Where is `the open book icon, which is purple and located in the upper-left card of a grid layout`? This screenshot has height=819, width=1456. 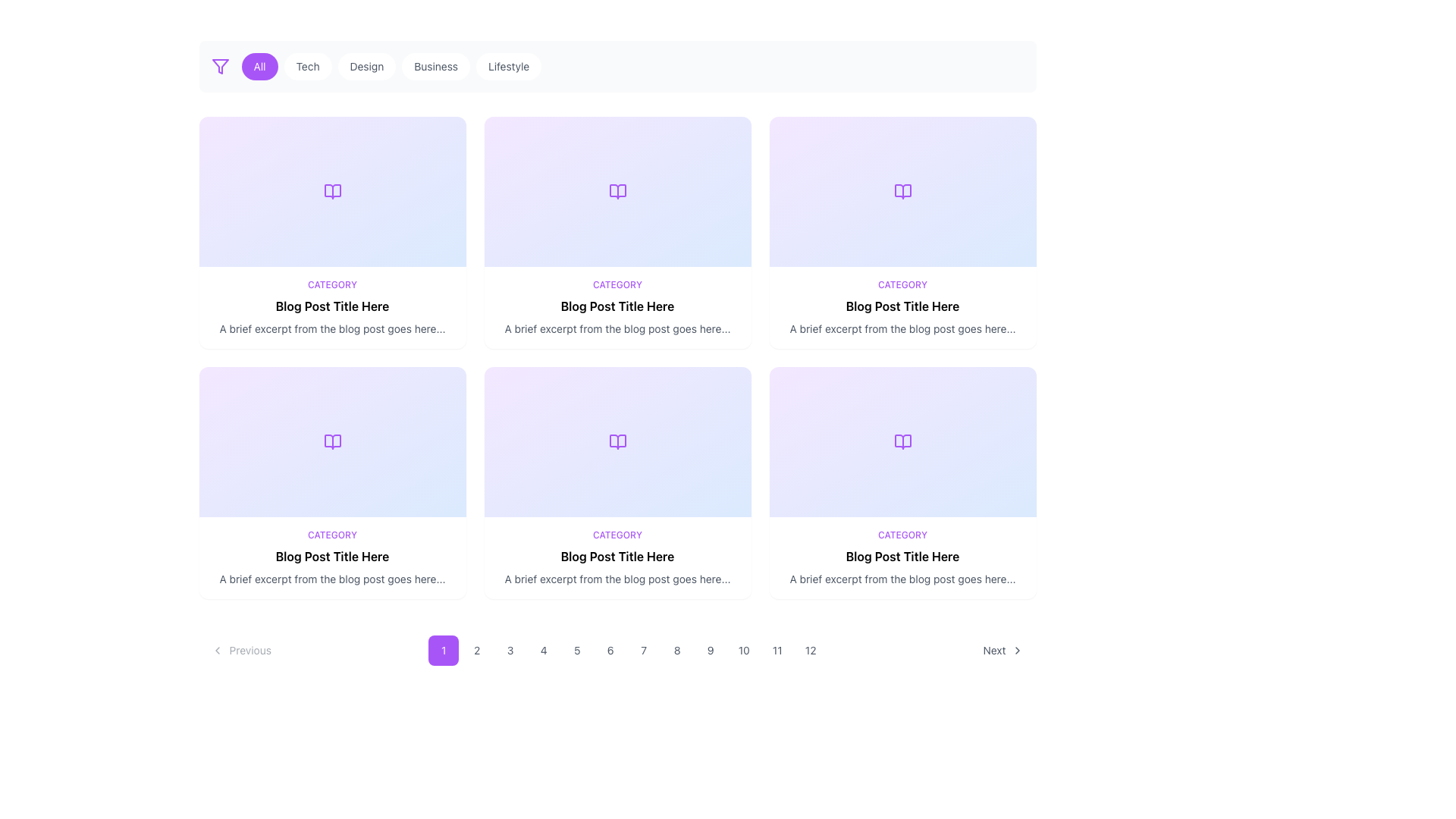
the open book icon, which is purple and located in the upper-left card of a grid layout is located at coordinates (331, 191).